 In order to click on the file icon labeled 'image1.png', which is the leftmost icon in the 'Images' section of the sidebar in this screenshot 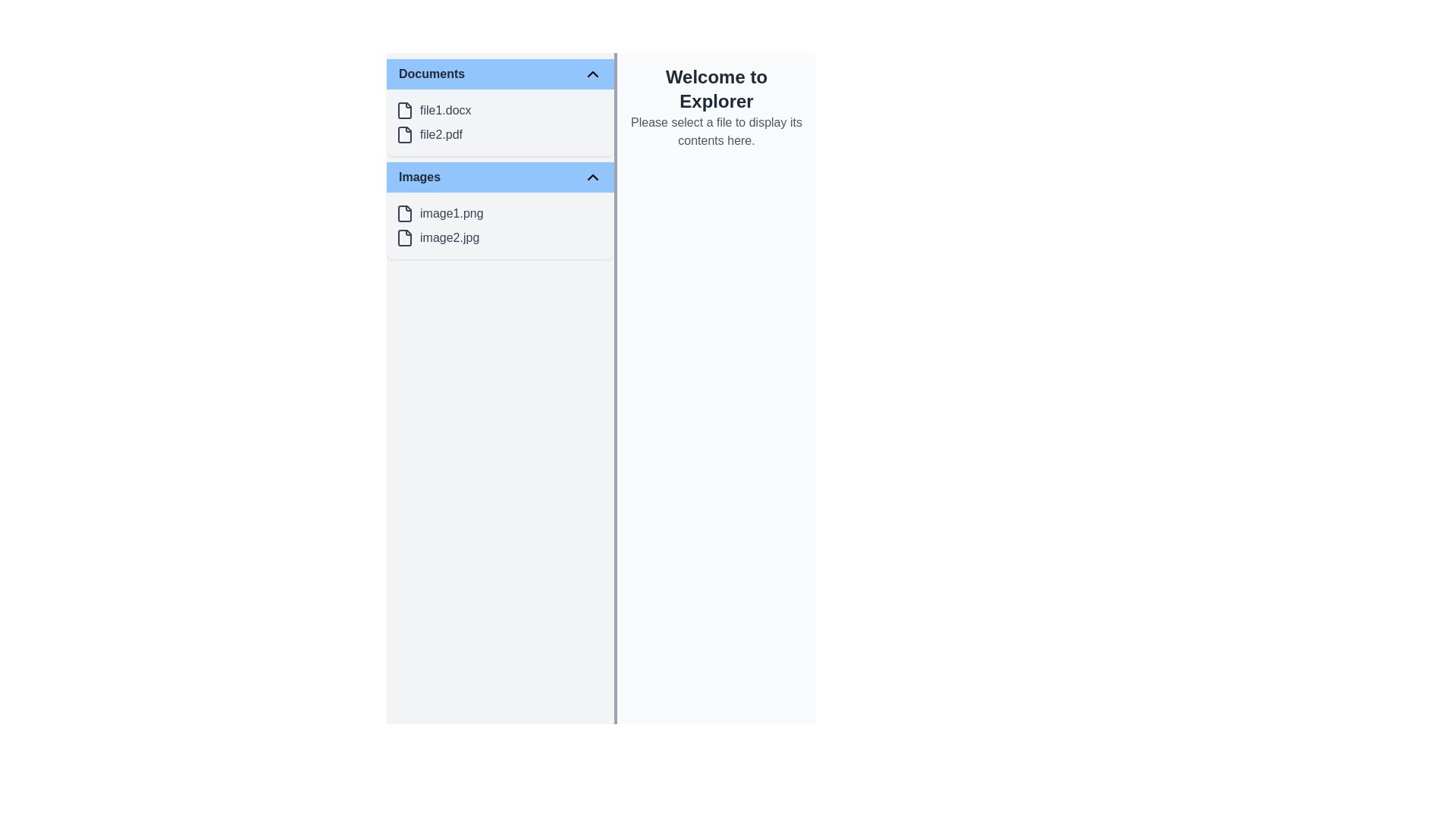, I will do `click(404, 213)`.